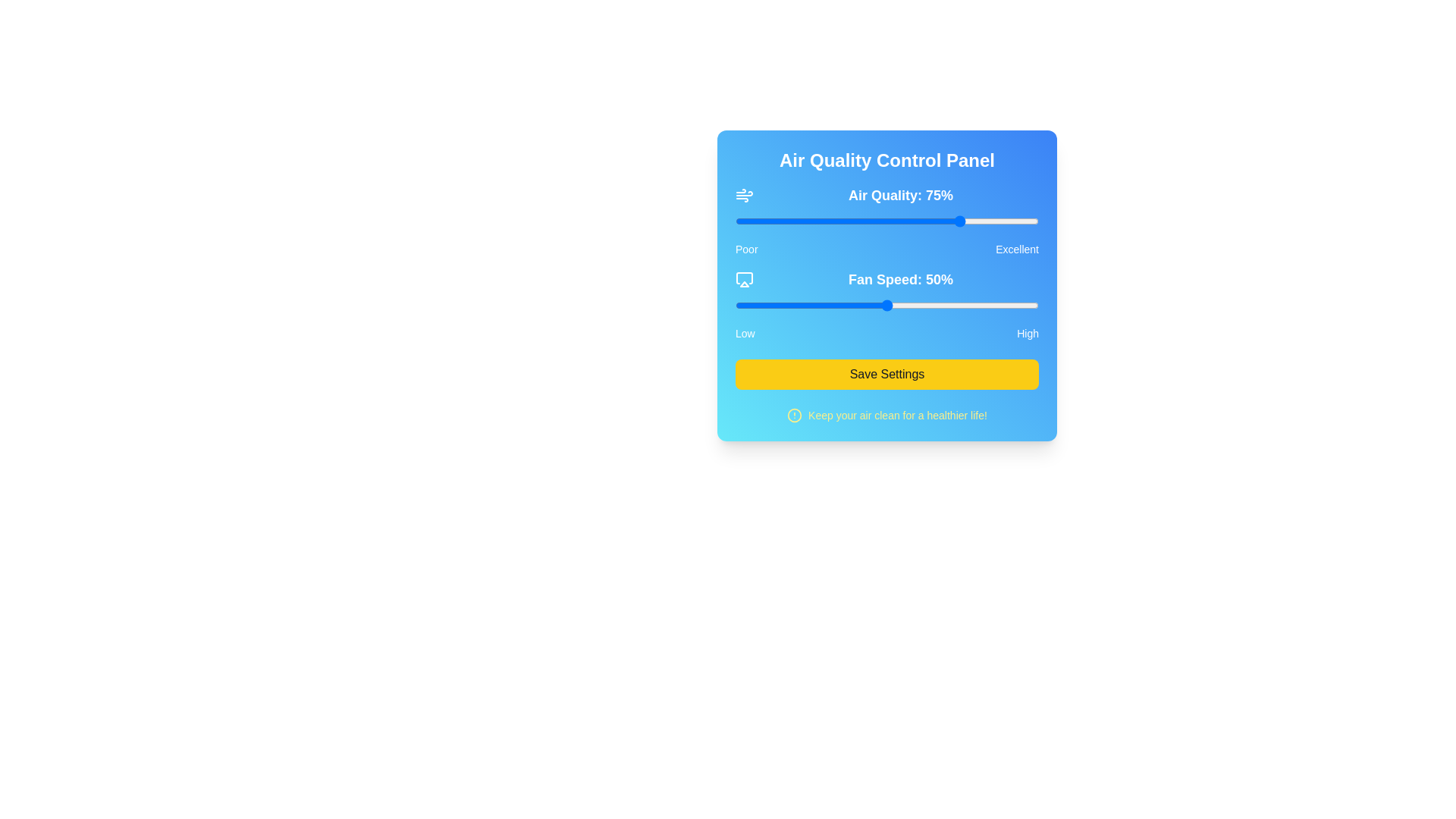  What do you see at coordinates (794, 415) in the screenshot?
I see `the icon located in the lower-central region of the interface, to the left of the message 'Keep your air clean for a healthier life!', which serves as a visual alert for the accompanying message` at bounding box center [794, 415].